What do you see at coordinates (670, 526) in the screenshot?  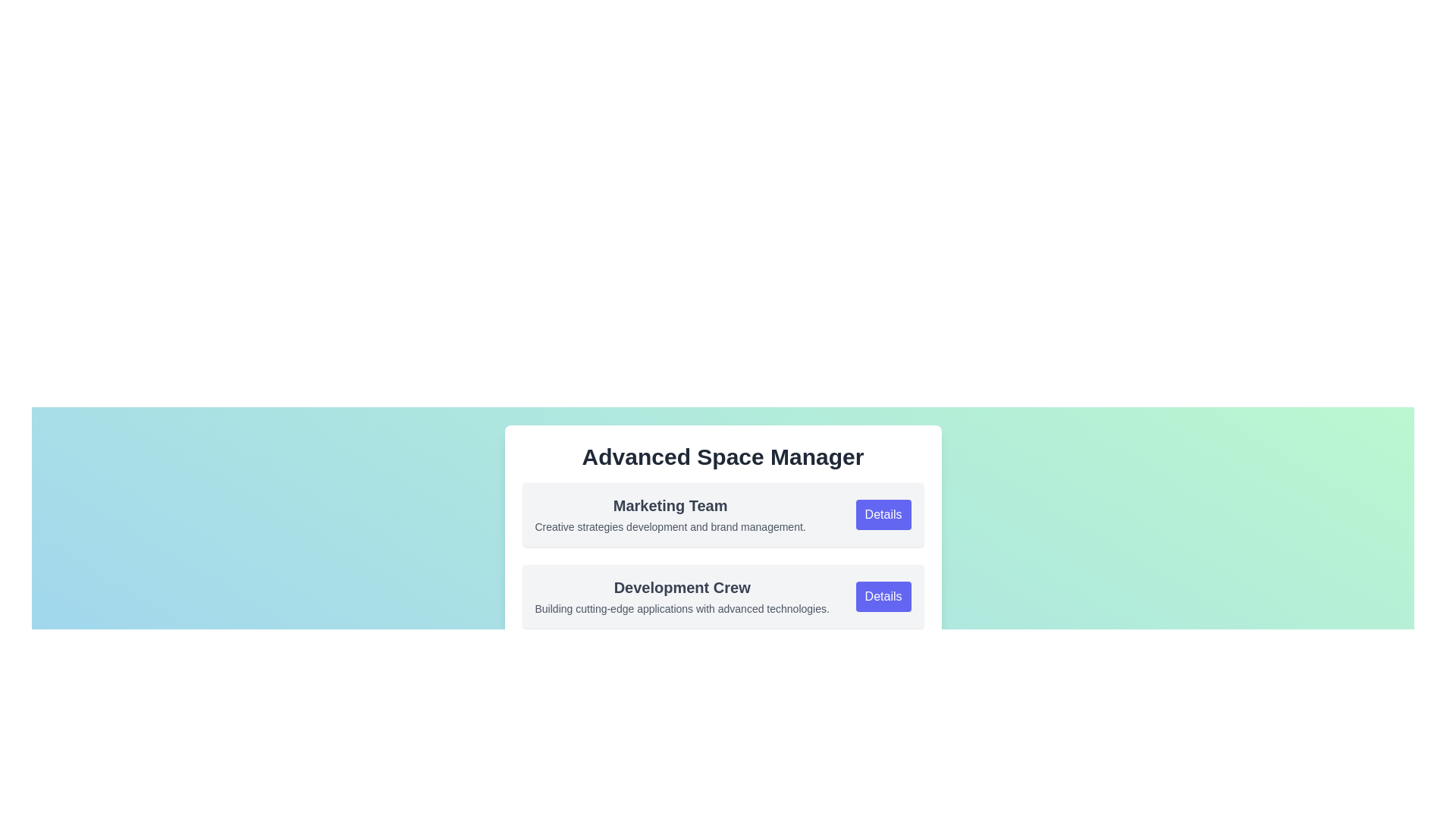 I see `the static text label providing additional description for the 'Marketing Team', located directly below the header and centered horizontally` at bounding box center [670, 526].